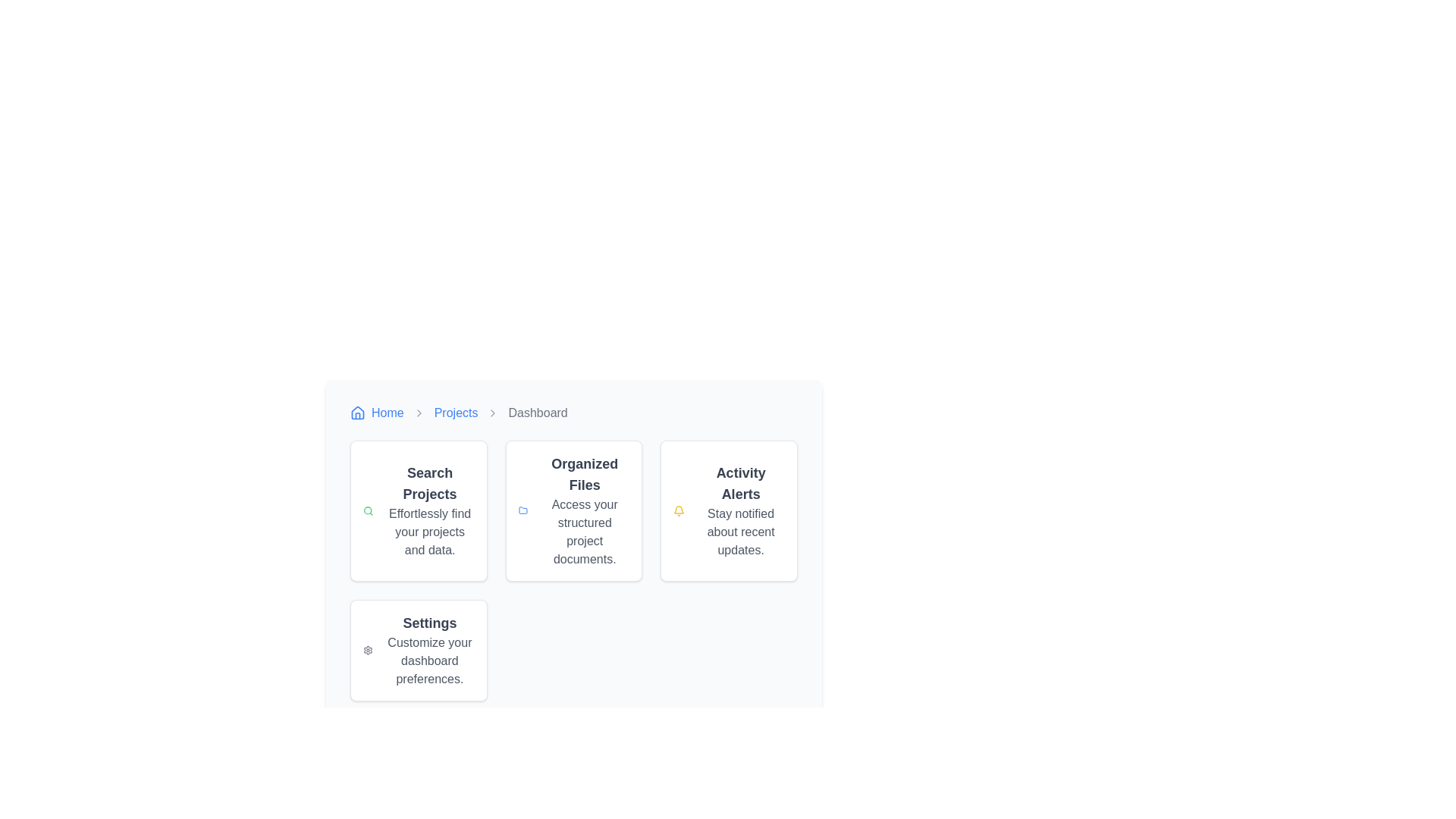  What do you see at coordinates (741, 532) in the screenshot?
I see `the text label that reads 'Stay notified about recent updates.' which is styled with a gray font color and is centered within the 'Activity Alerts' card` at bounding box center [741, 532].